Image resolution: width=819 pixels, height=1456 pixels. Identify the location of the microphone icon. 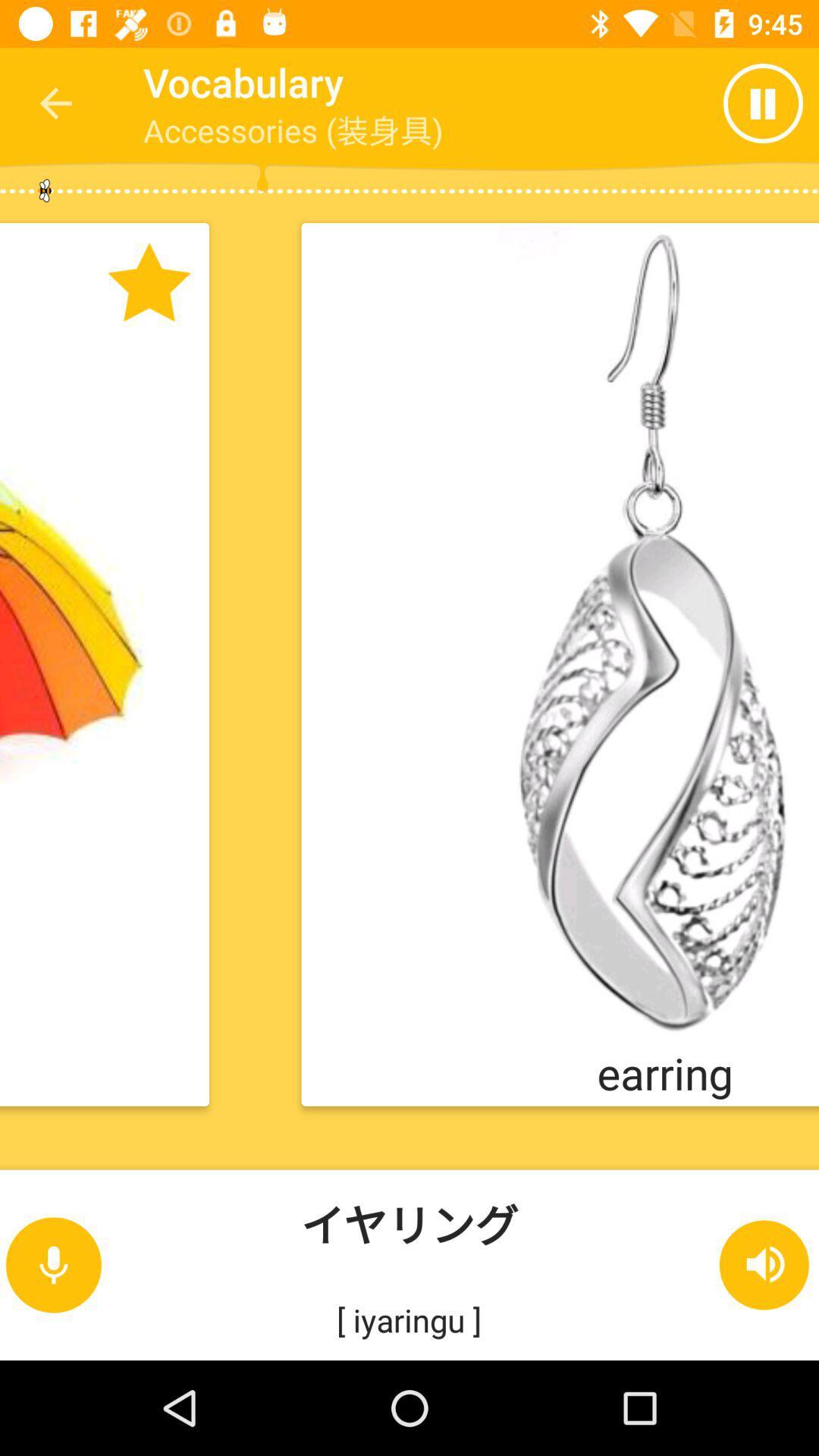
(52, 1265).